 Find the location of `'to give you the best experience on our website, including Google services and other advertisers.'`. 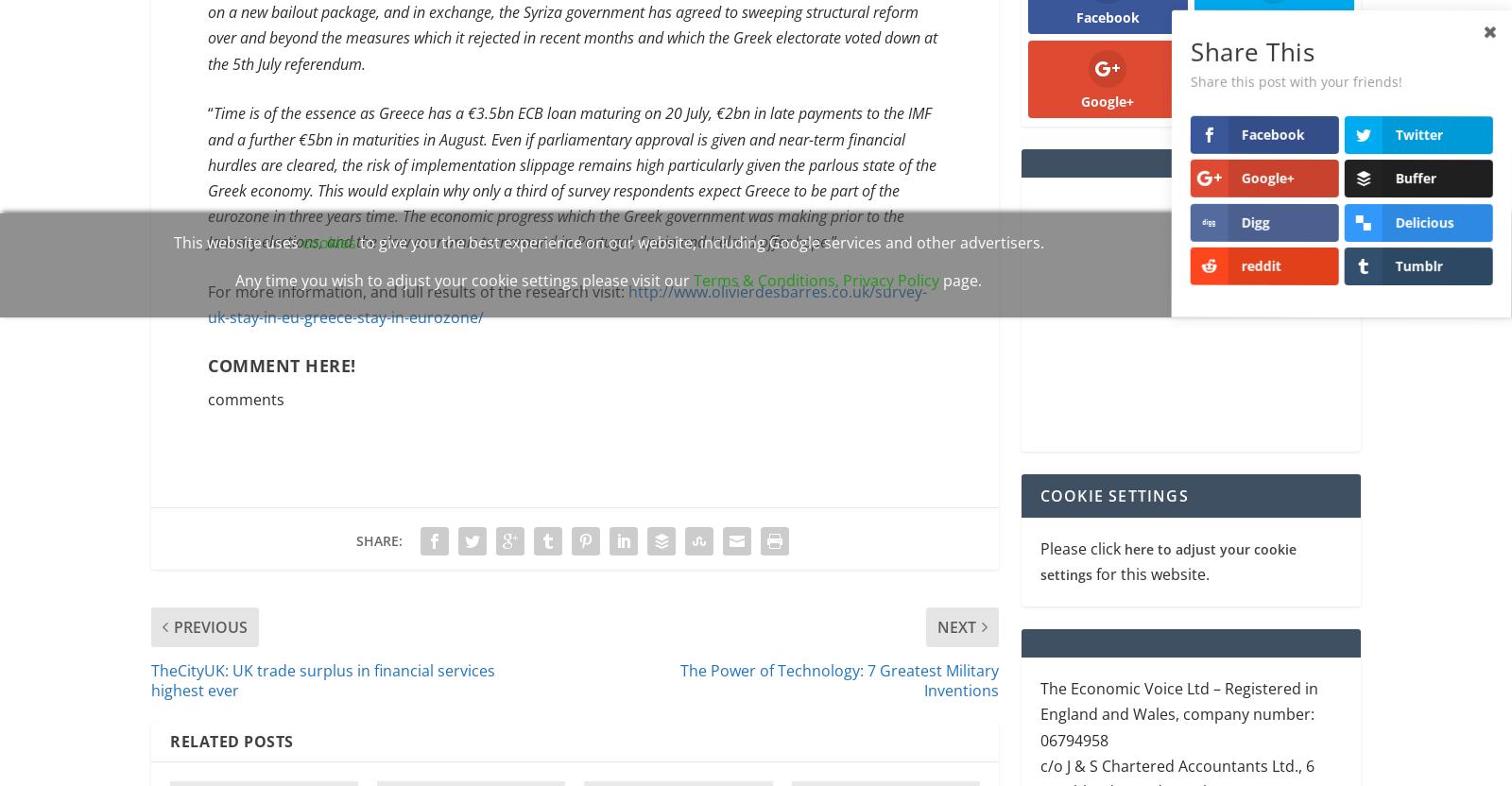

'to give you the best experience on our website, including Google services and other advertisers.' is located at coordinates (355, 243).